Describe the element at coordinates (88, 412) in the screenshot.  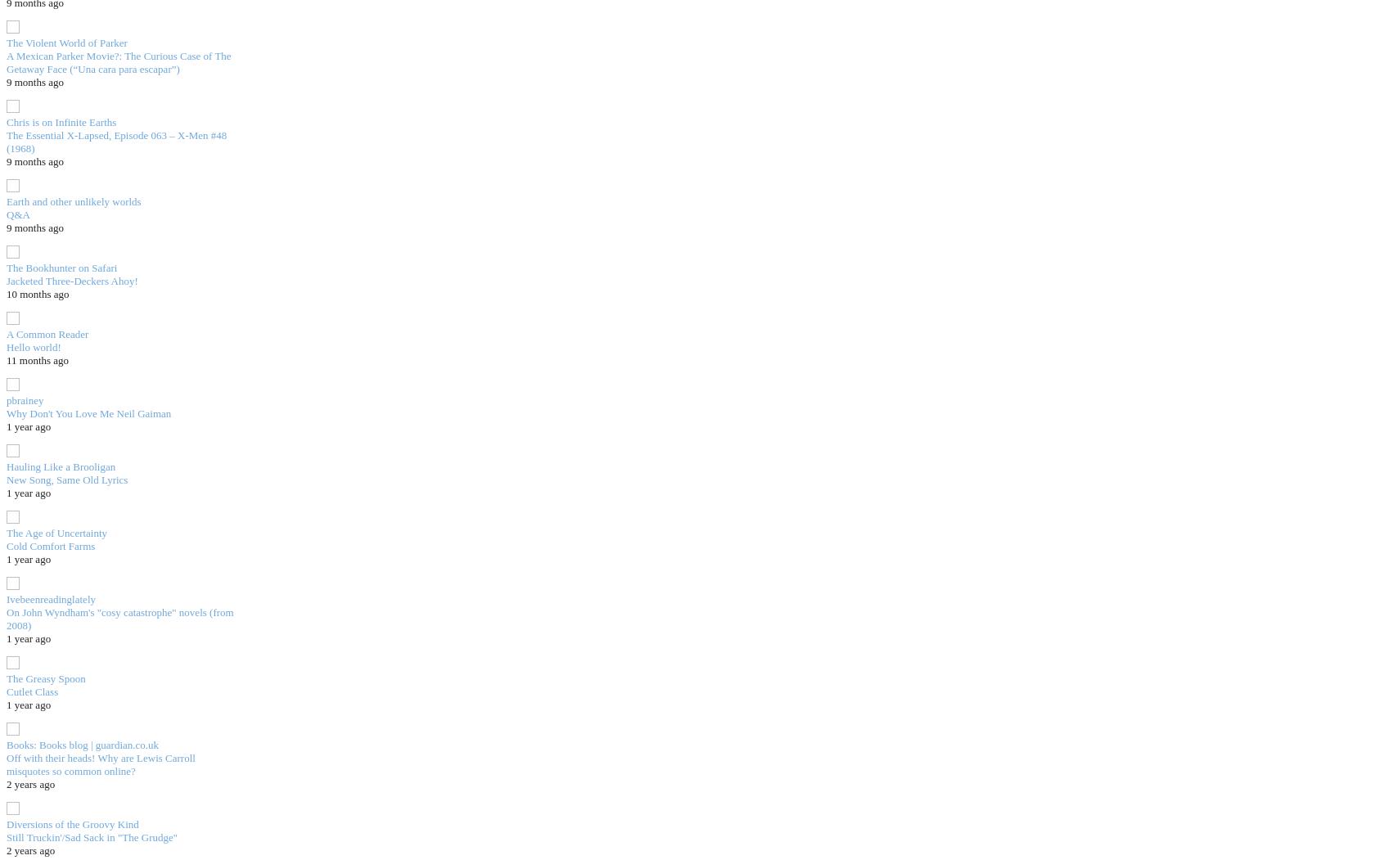
I see `'Why Don't You Love Me Neil Gaiman'` at that location.